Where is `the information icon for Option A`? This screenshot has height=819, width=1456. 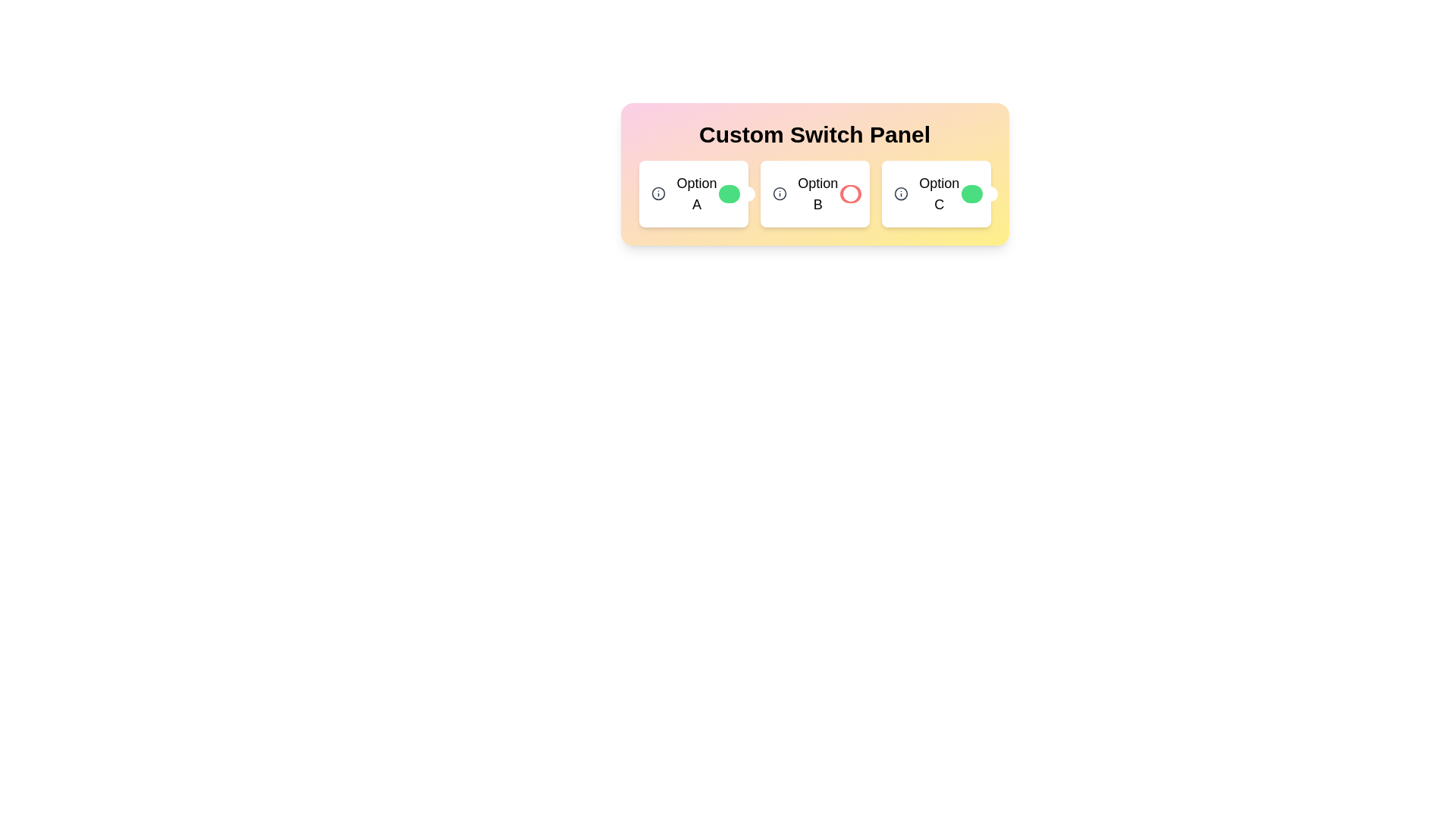
the information icon for Option A is located at coordinates (658, 193).